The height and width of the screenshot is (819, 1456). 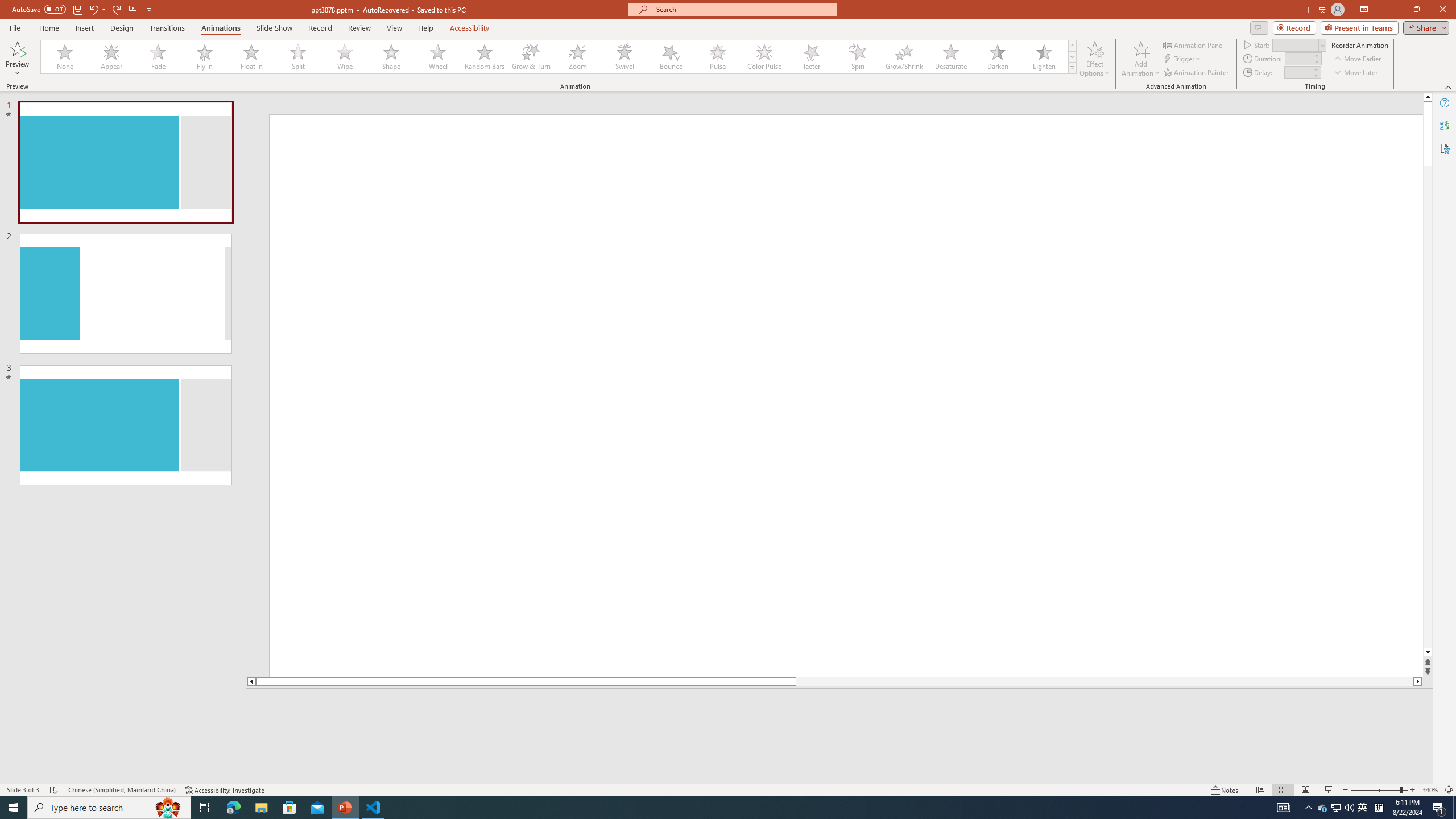 I want to click on 'Color Pulse', so click(x=764, y=56).